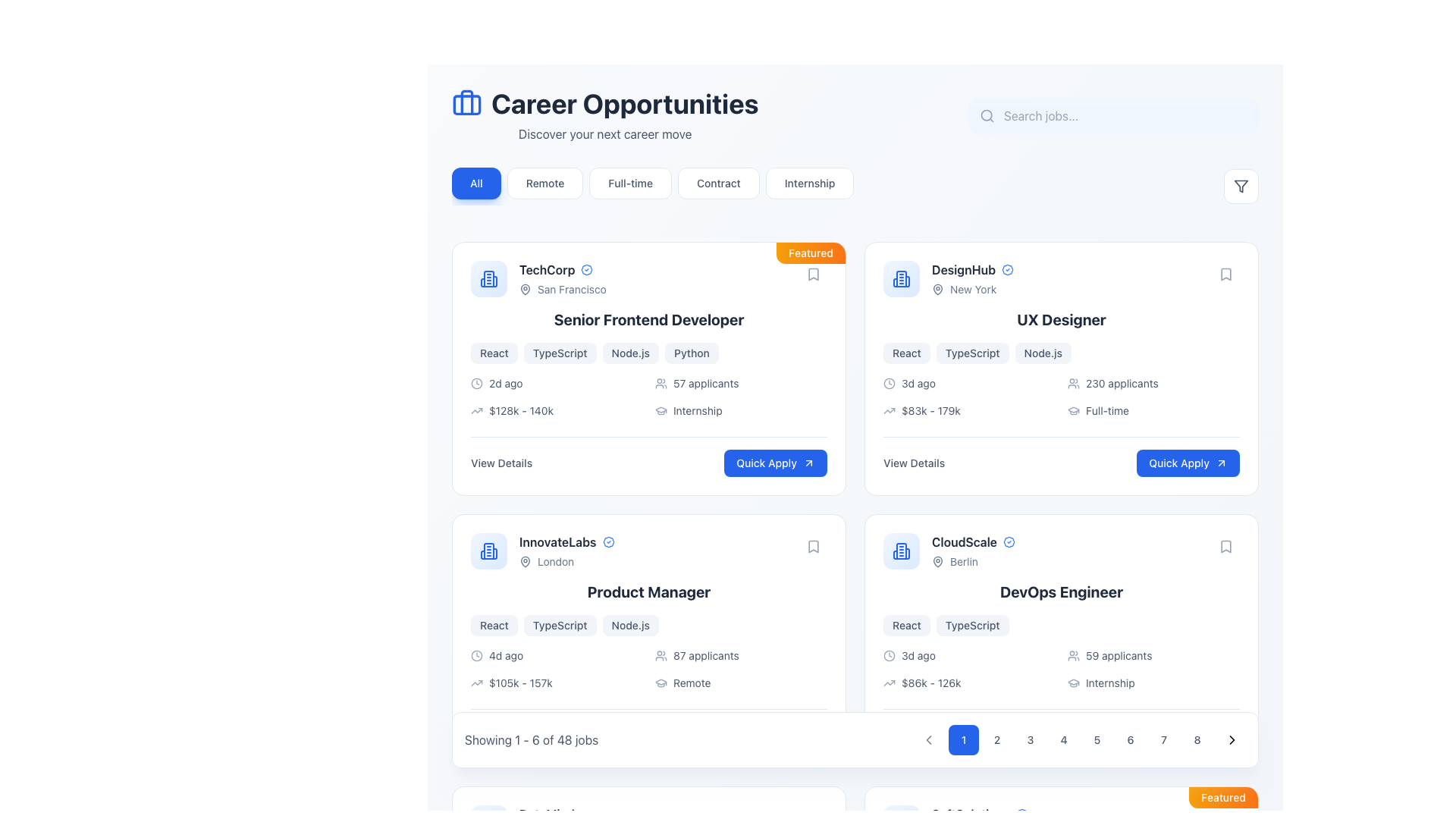 The image size is (1456, 819). Describe the element at coordinates (1061, 318) in the screenshot. I see `the static text element that identifies the job position title, located in the upper-middle part of the DesignHub job listing card, directly below the company information` at that location.